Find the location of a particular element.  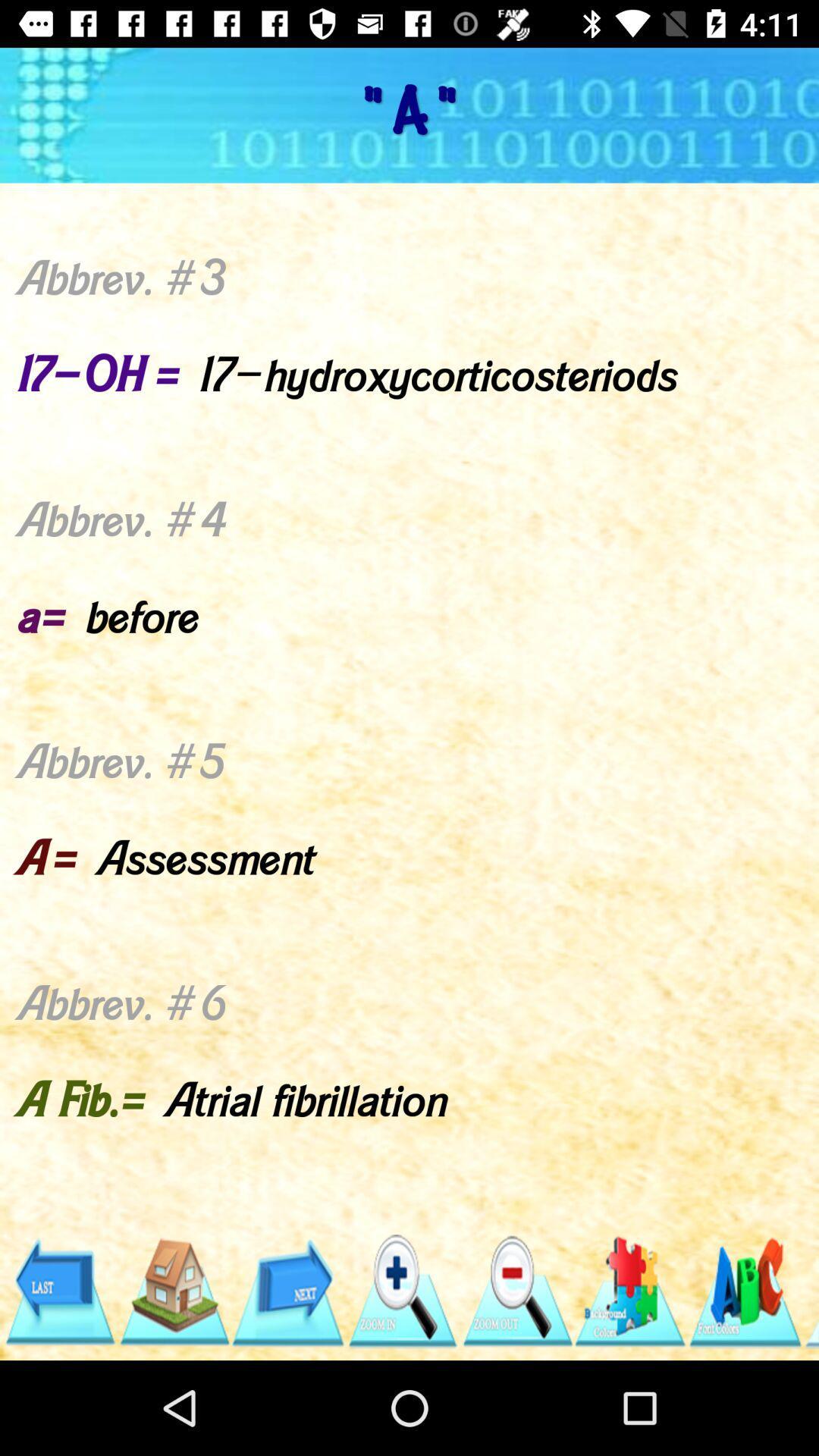

item below abbrev 	1	 	 item is located at coordinates (516, 1291).